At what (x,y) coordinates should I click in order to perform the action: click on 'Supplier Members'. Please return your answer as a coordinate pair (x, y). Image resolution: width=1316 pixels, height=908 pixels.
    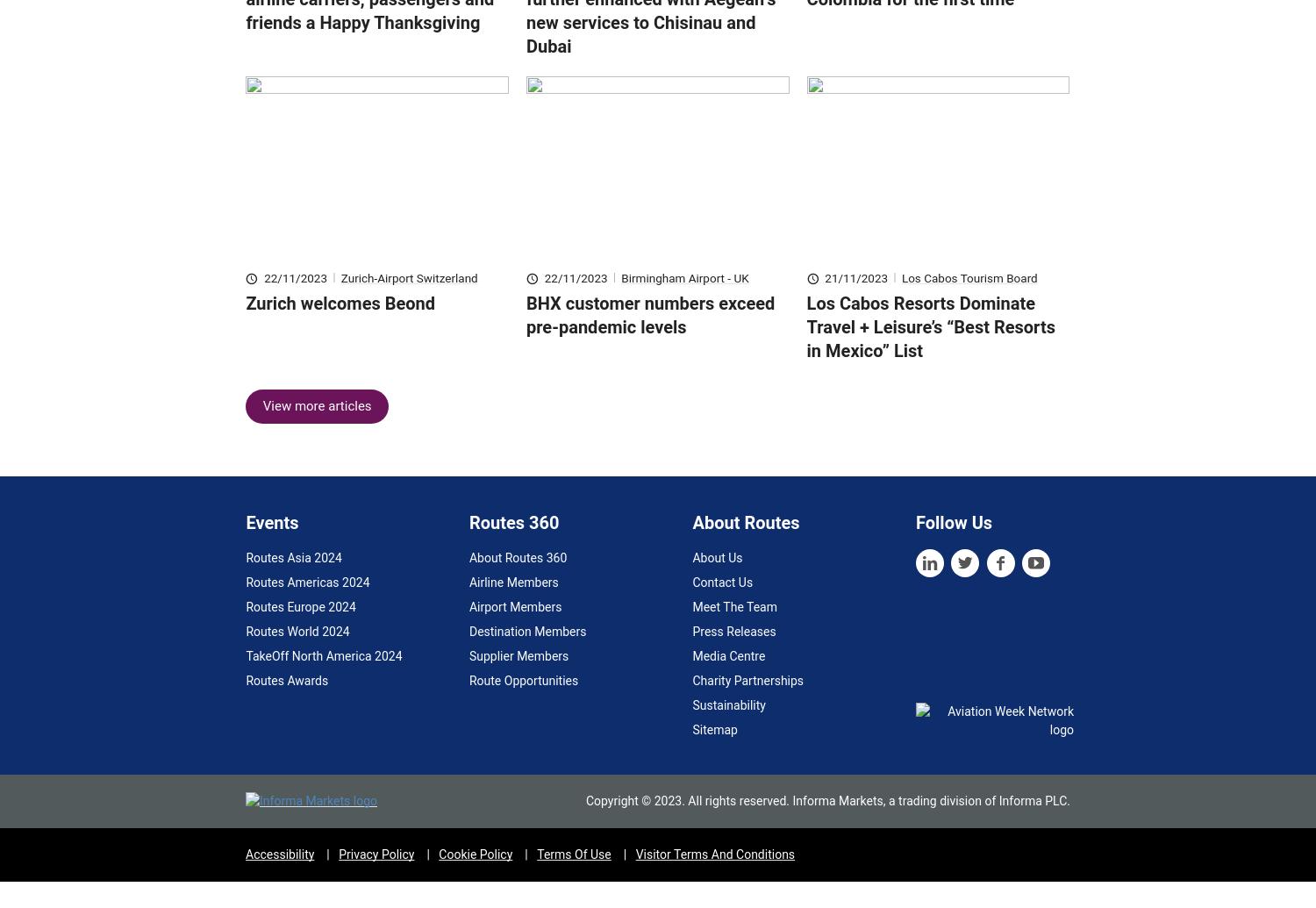
    Looking at the image, I should click on (518, 682).